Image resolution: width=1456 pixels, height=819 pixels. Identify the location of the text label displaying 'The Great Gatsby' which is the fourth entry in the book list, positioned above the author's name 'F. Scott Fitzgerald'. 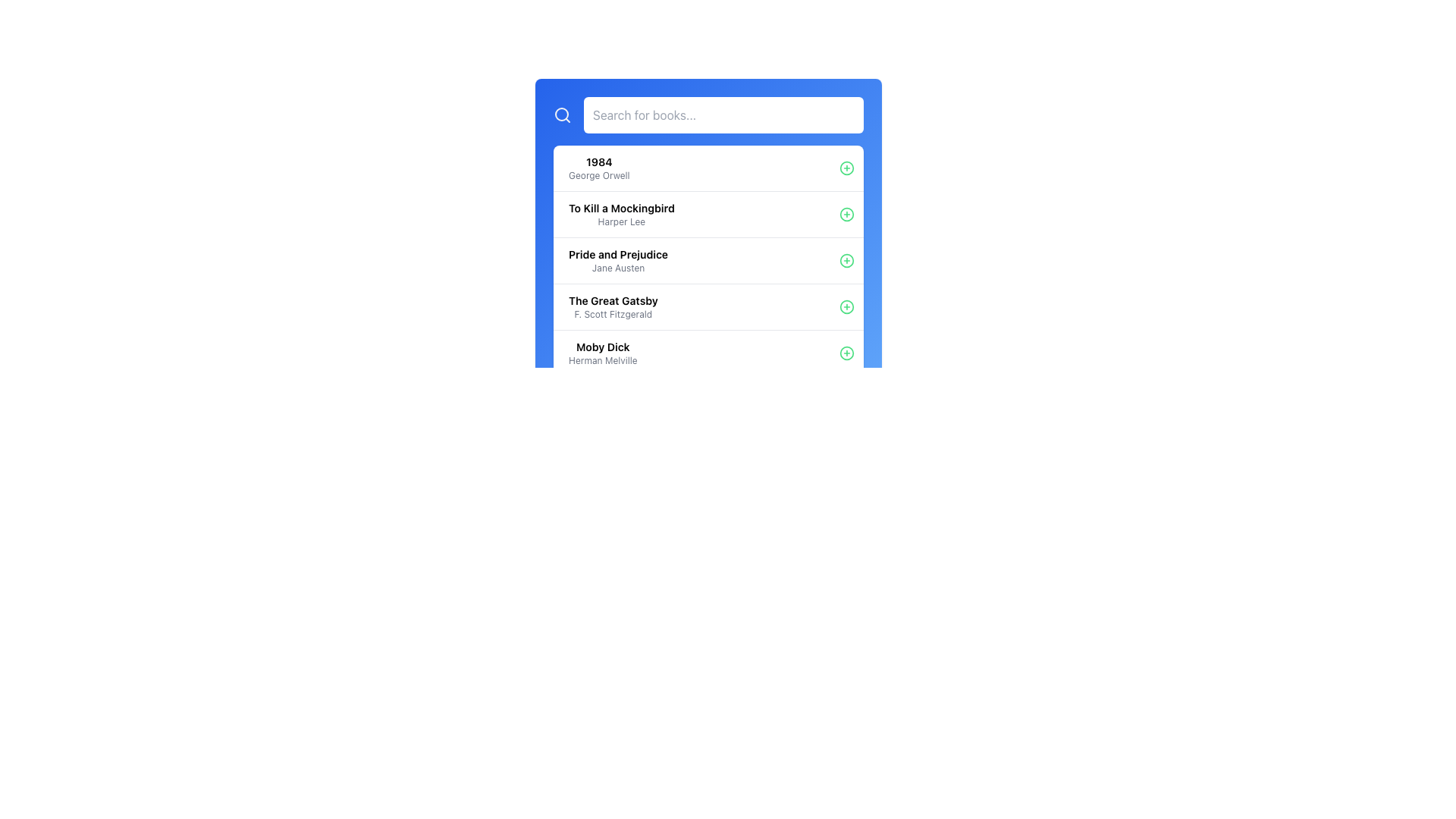
(613, 301).